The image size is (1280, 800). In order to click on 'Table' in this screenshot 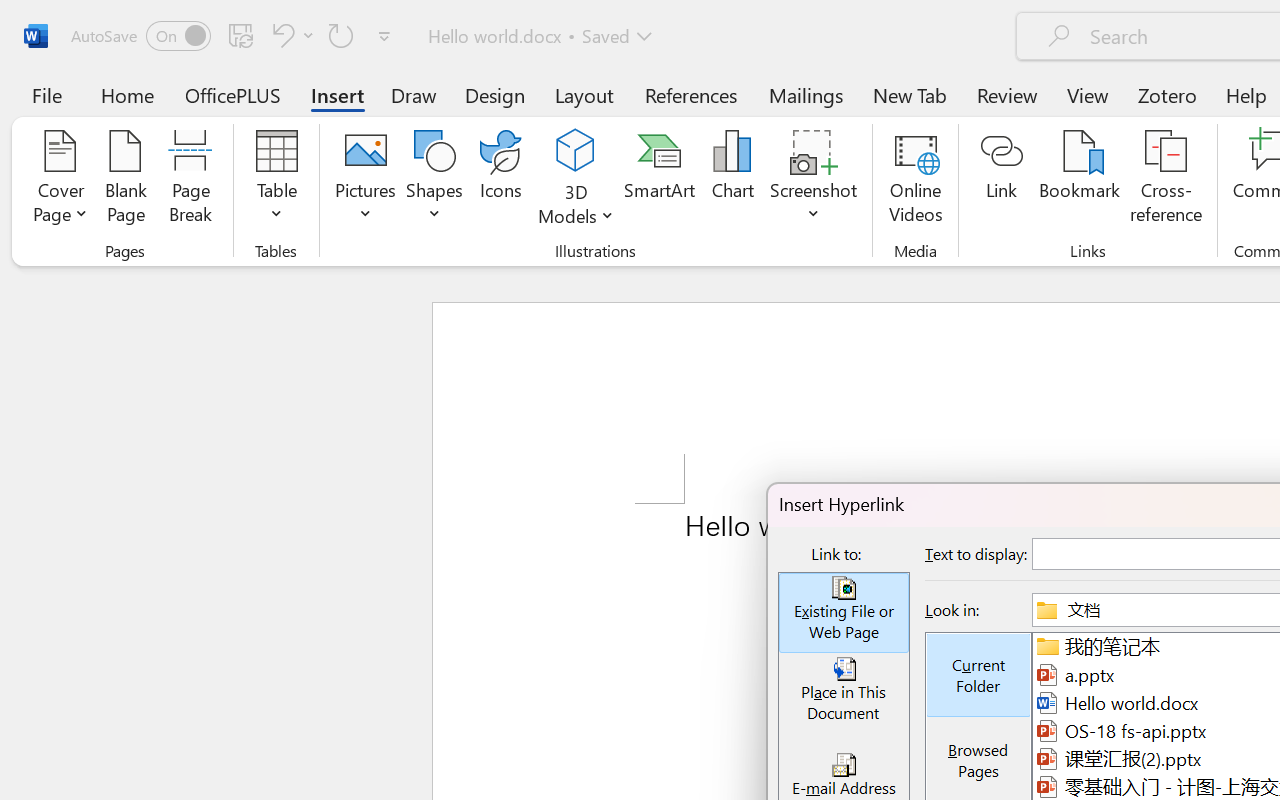, I will do `click(276, 179)`.